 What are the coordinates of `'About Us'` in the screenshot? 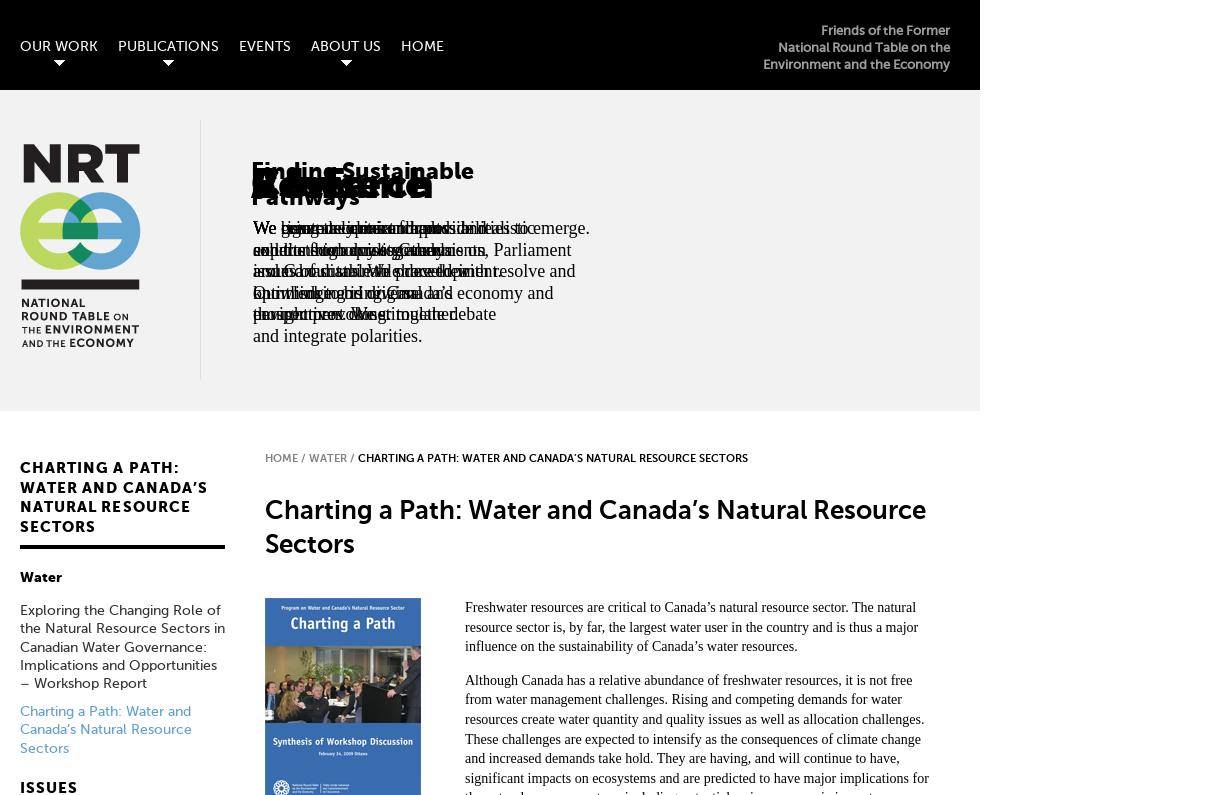 It's located at (345, 46).